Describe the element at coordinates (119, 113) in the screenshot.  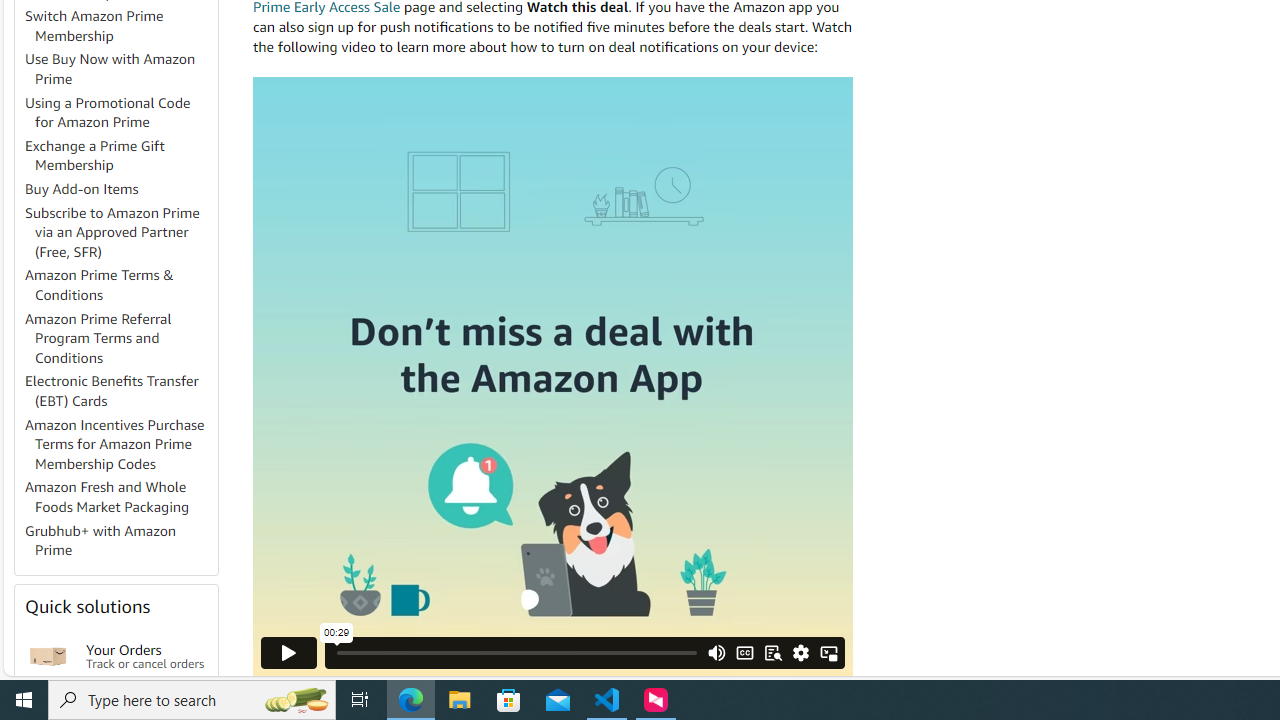
I see `'Using a Promotional Code for Amazon Prime'` at that location.